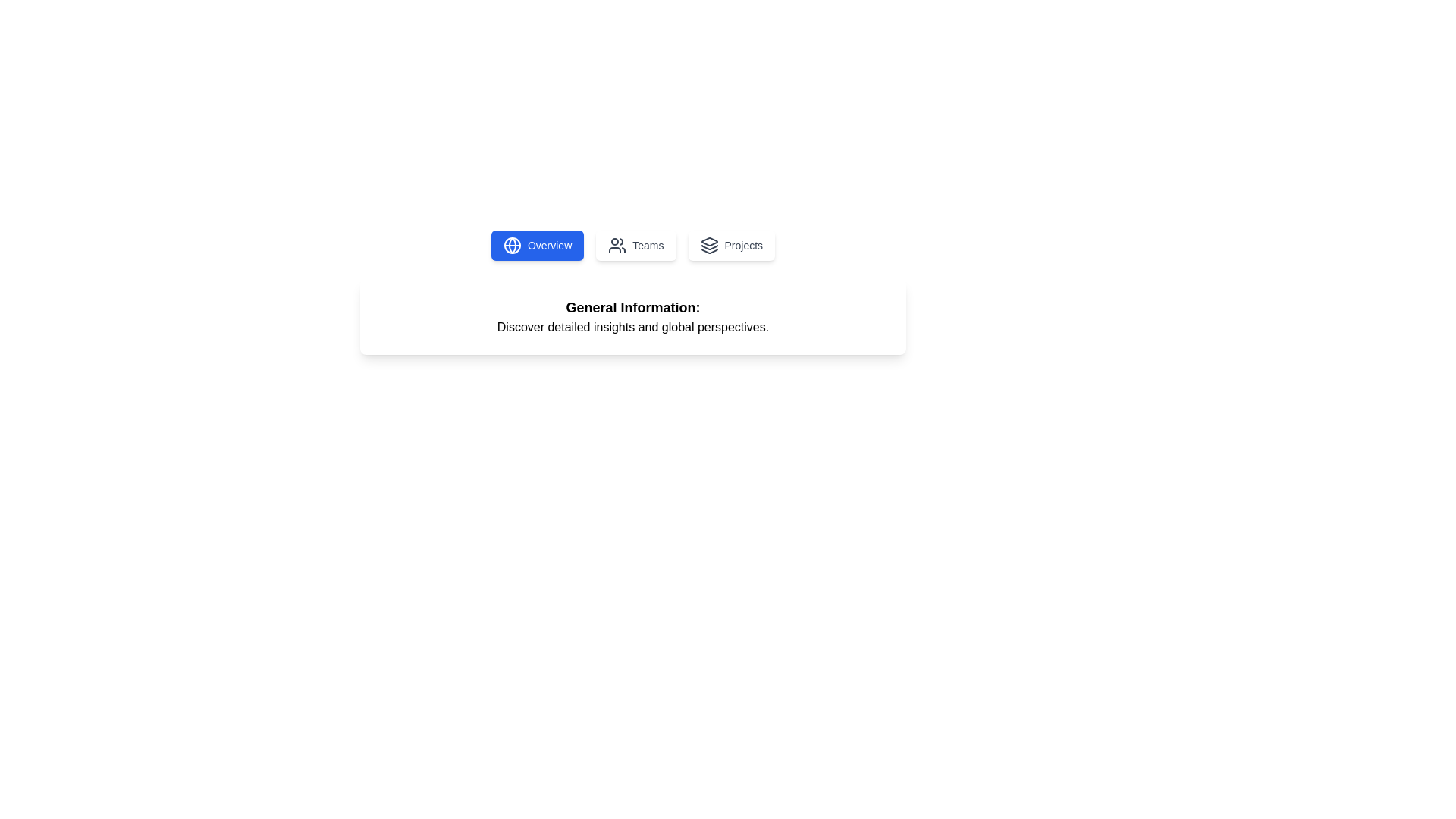 The width and height of the screenshot is (1456, 819). I want to click on label of the text component displaying 'Overview' that is located inside the first button-like structure on the left, which has a blue background and white text, so click(549, 245).